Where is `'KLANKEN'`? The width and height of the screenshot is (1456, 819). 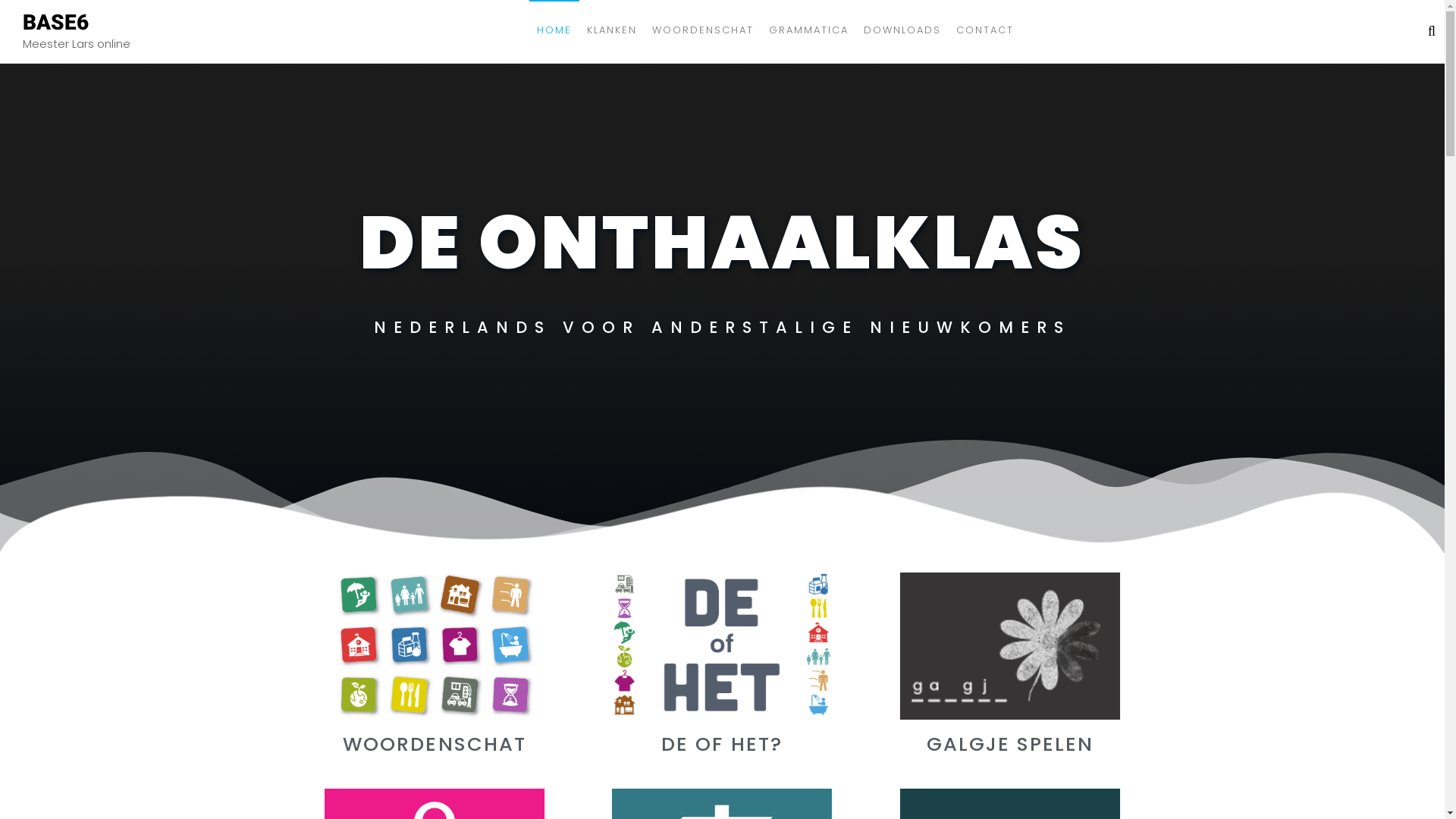 'KLANKEN' is located at coordinates (611, 30).